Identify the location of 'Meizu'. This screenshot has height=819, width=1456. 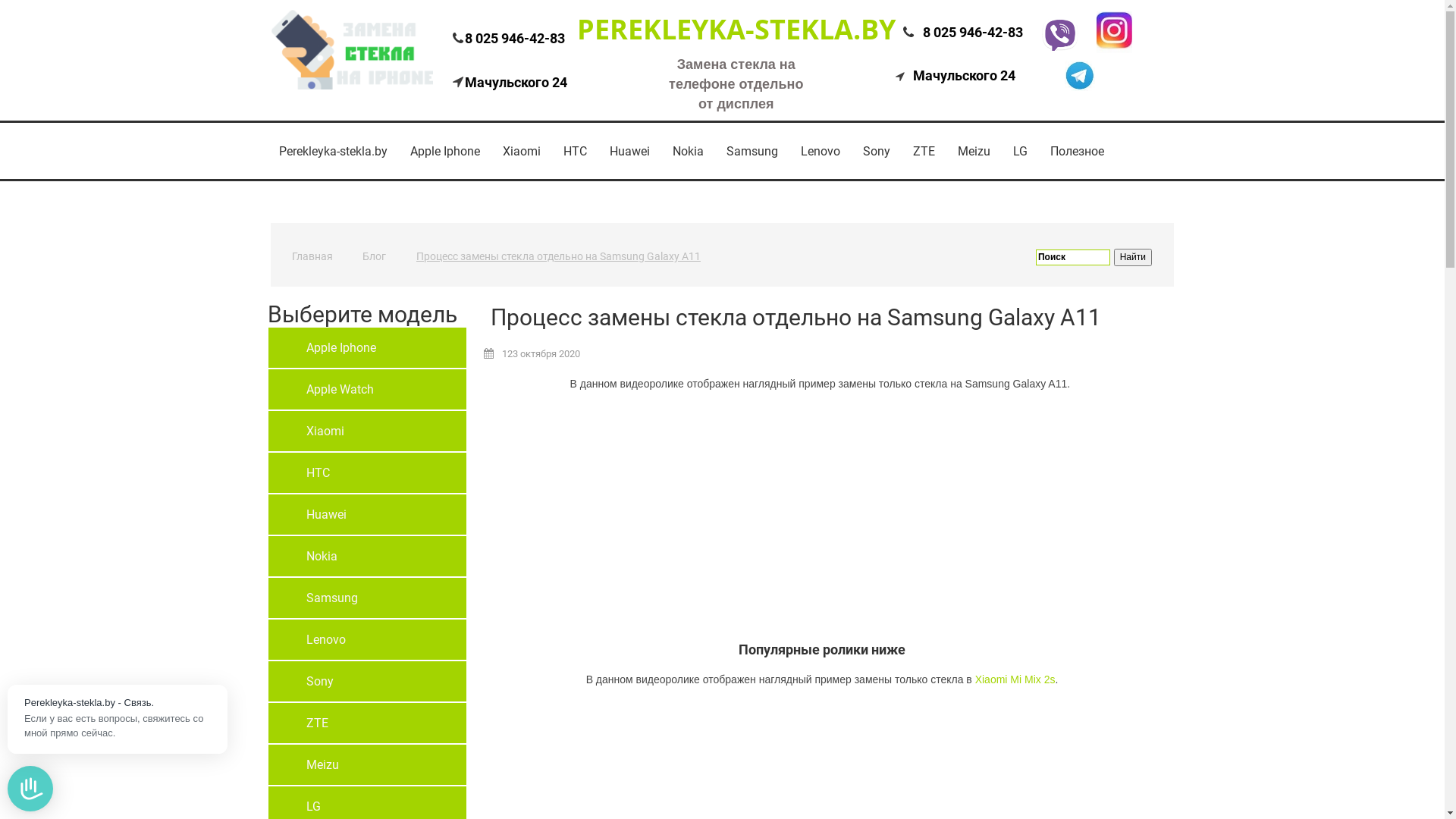
(366, 764).